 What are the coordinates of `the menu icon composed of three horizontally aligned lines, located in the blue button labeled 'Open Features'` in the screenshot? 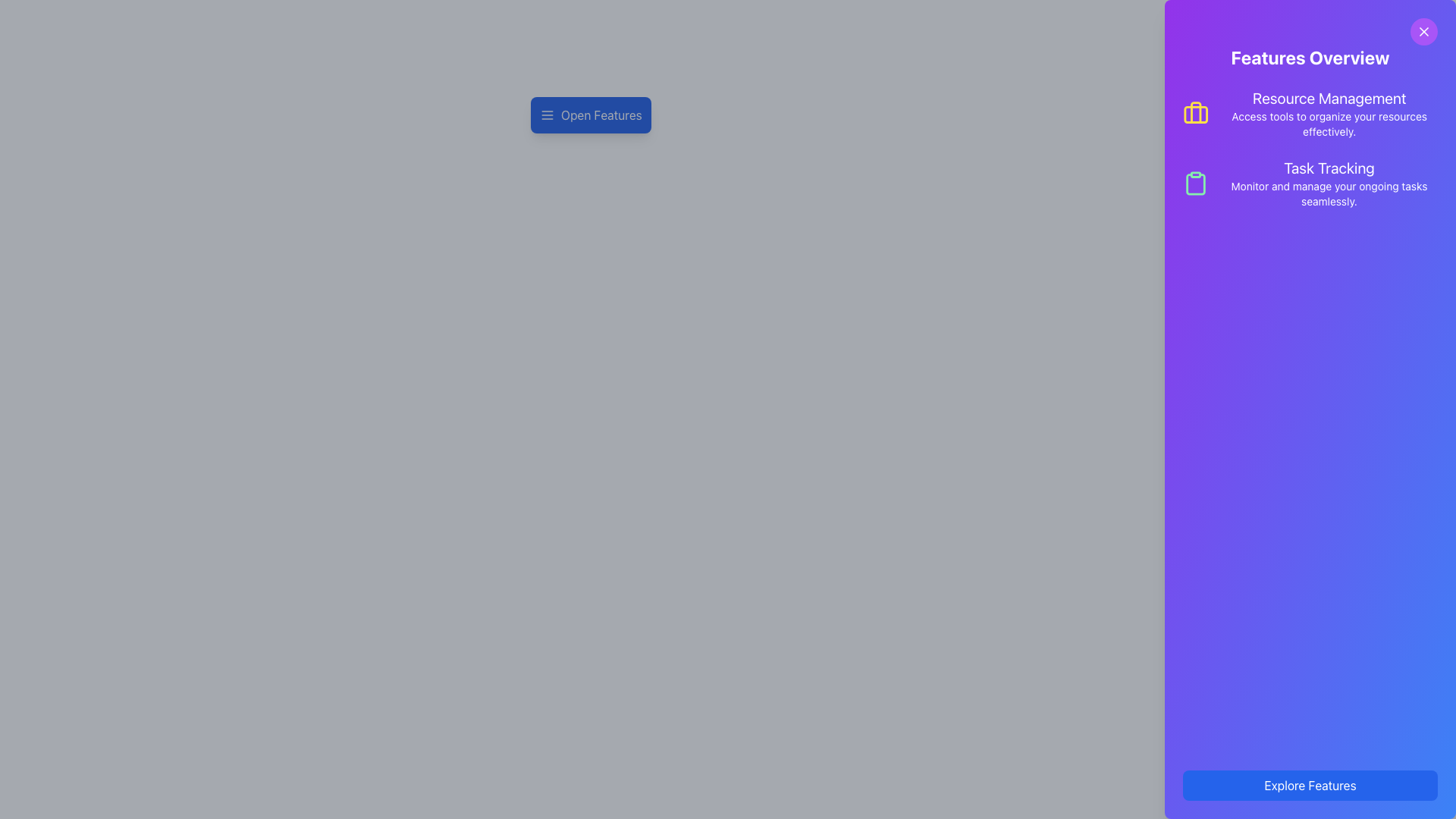 It's located at (546, 114).